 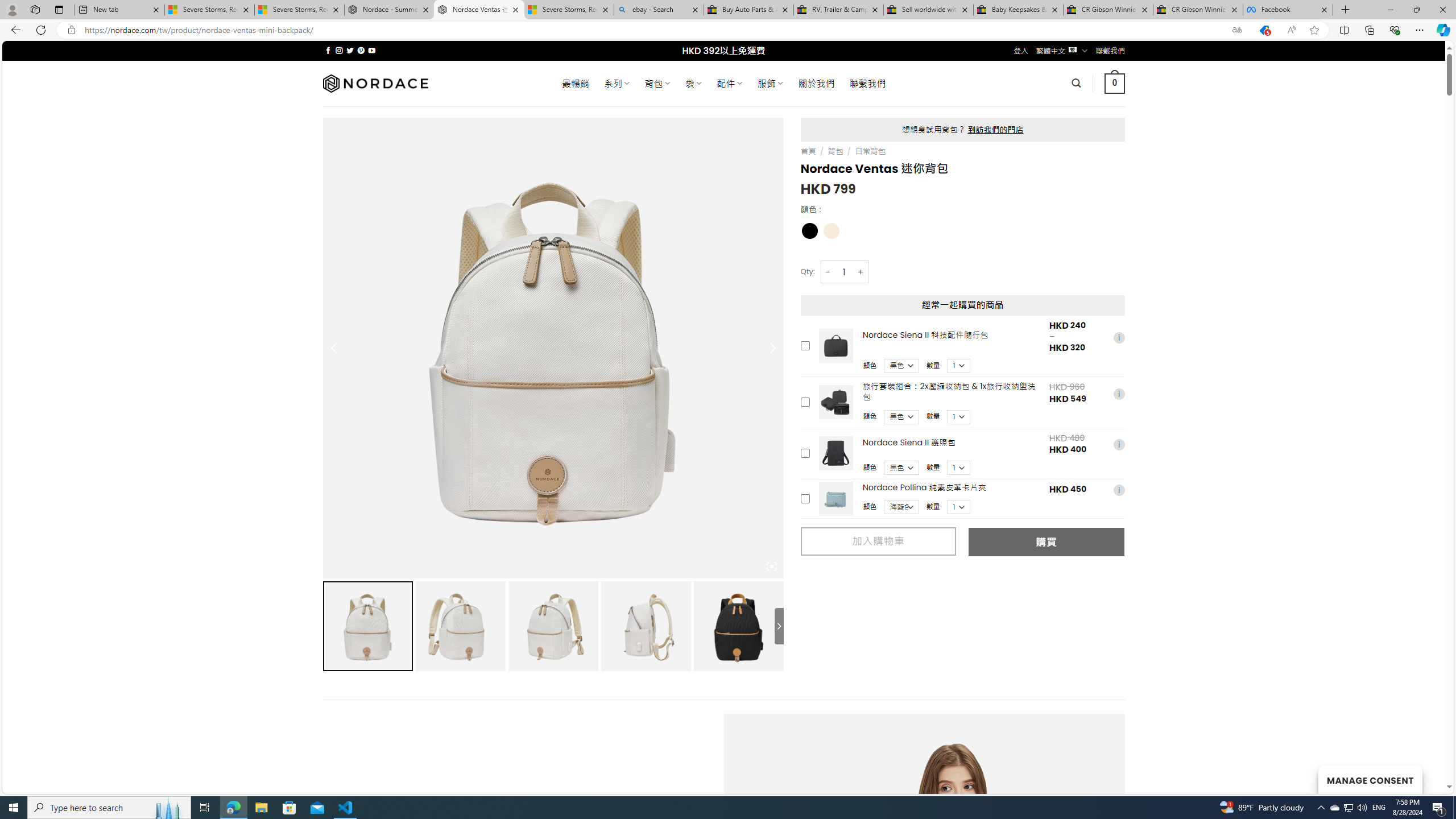 What do you see at coordinates (828, 272) in the screenshot?
I see `'-'` at bounding box center [828, 272].